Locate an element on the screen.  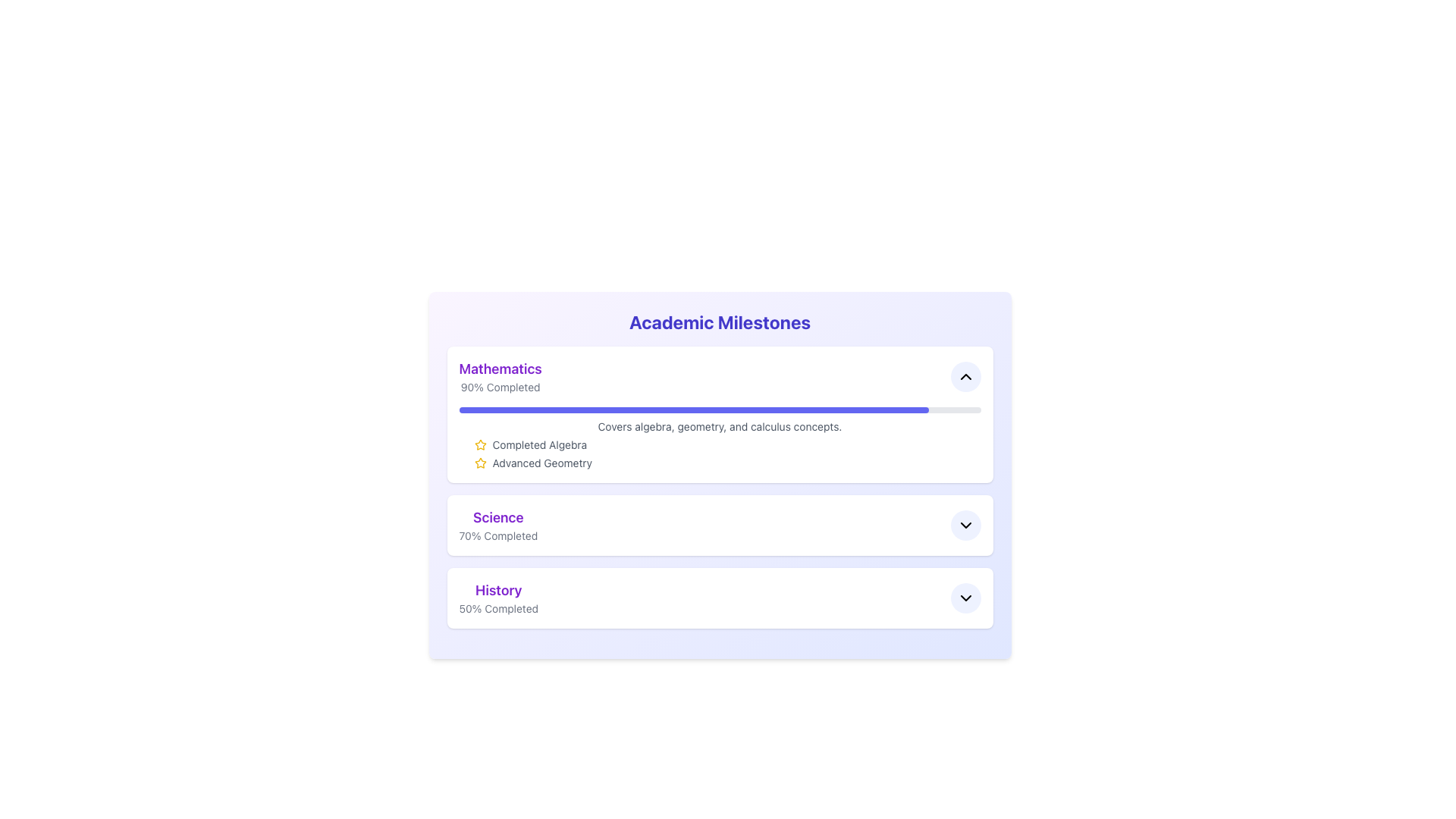
the expandable item for the Science subject is located at coordinates (719, 525).